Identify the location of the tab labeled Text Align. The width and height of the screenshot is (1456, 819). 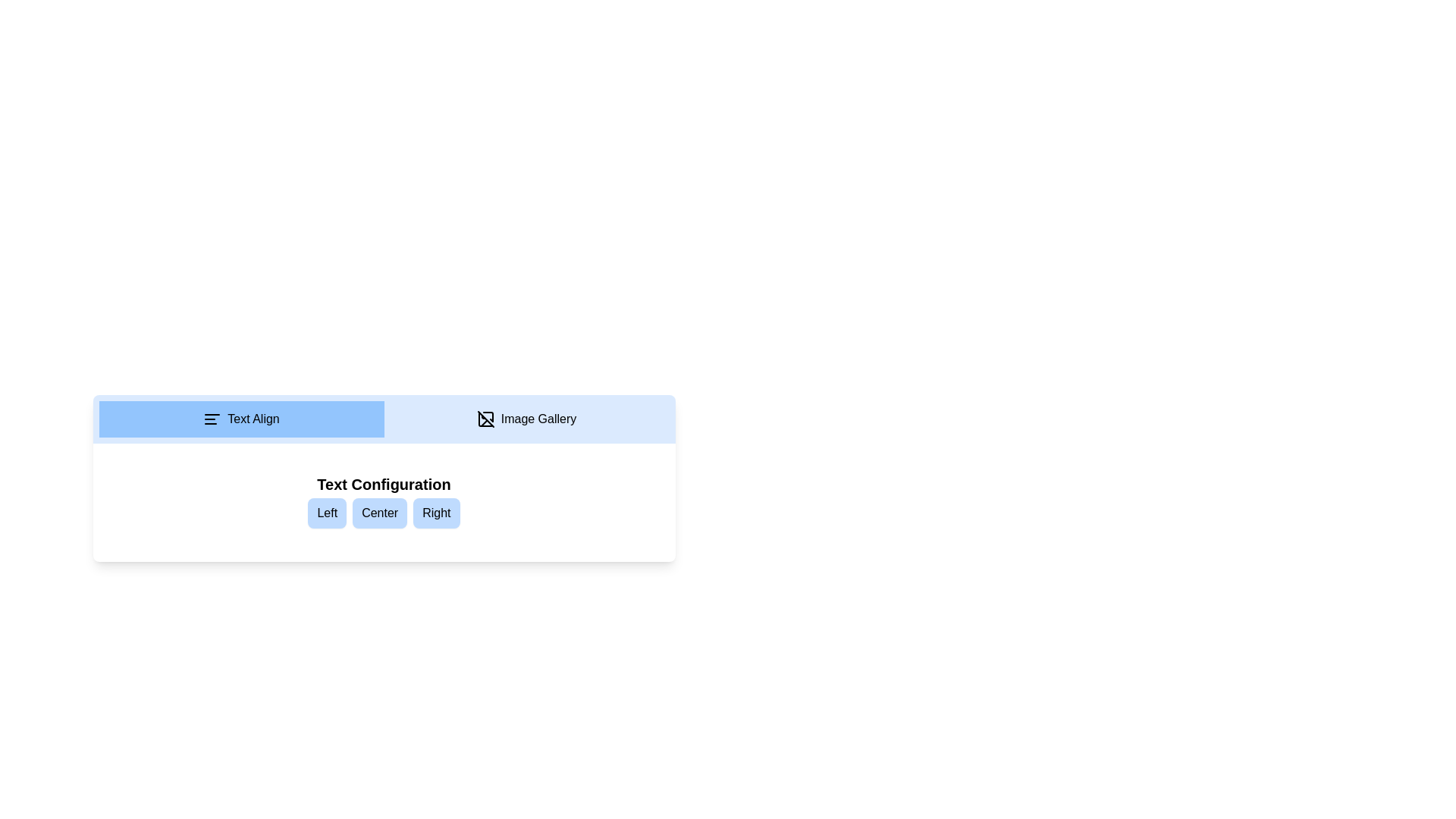
(240, 419).